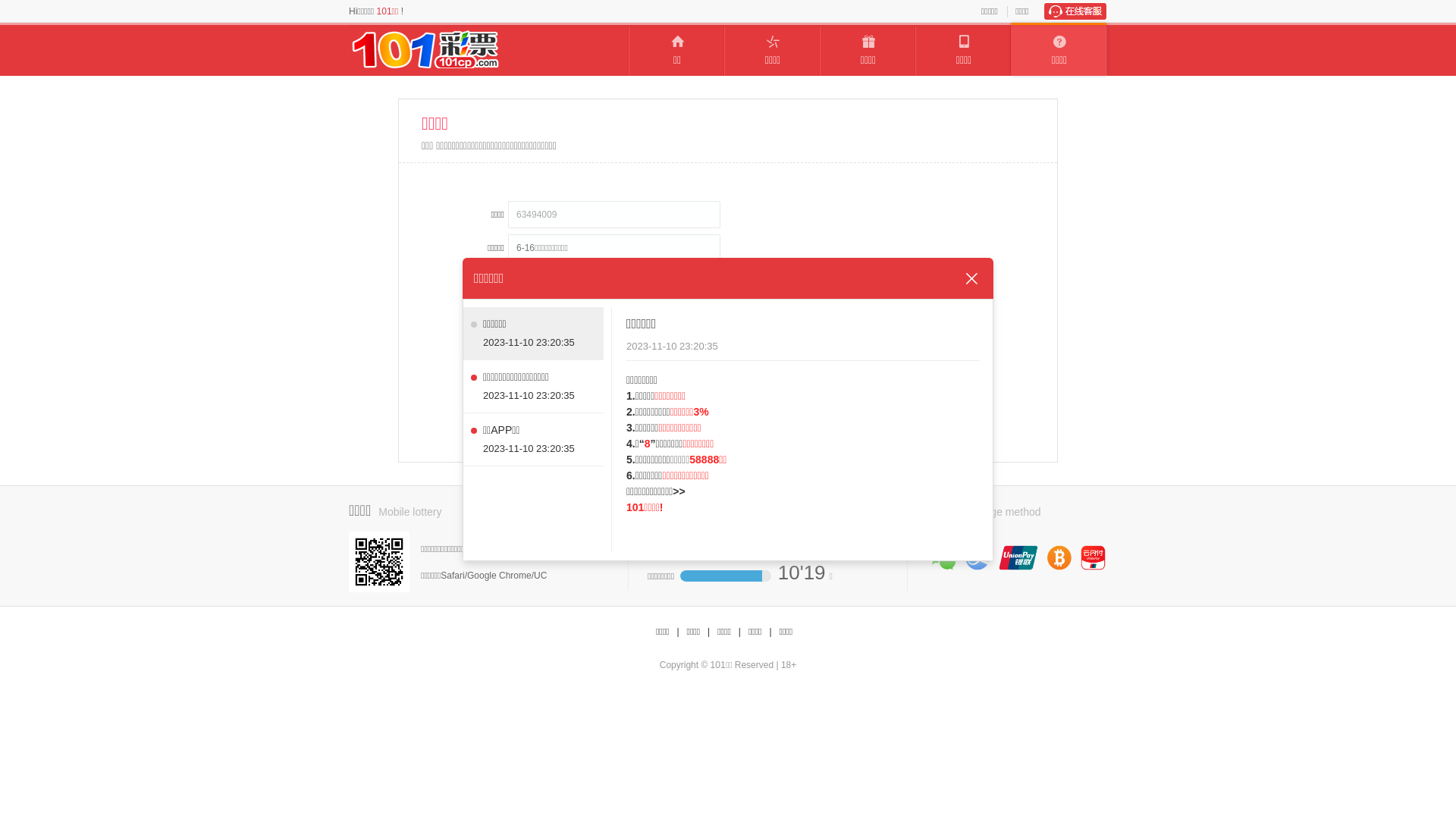  What do you see at coordinates (768, 632) in the screenshot?
I see `'|'` at bounding box center [768, 632].